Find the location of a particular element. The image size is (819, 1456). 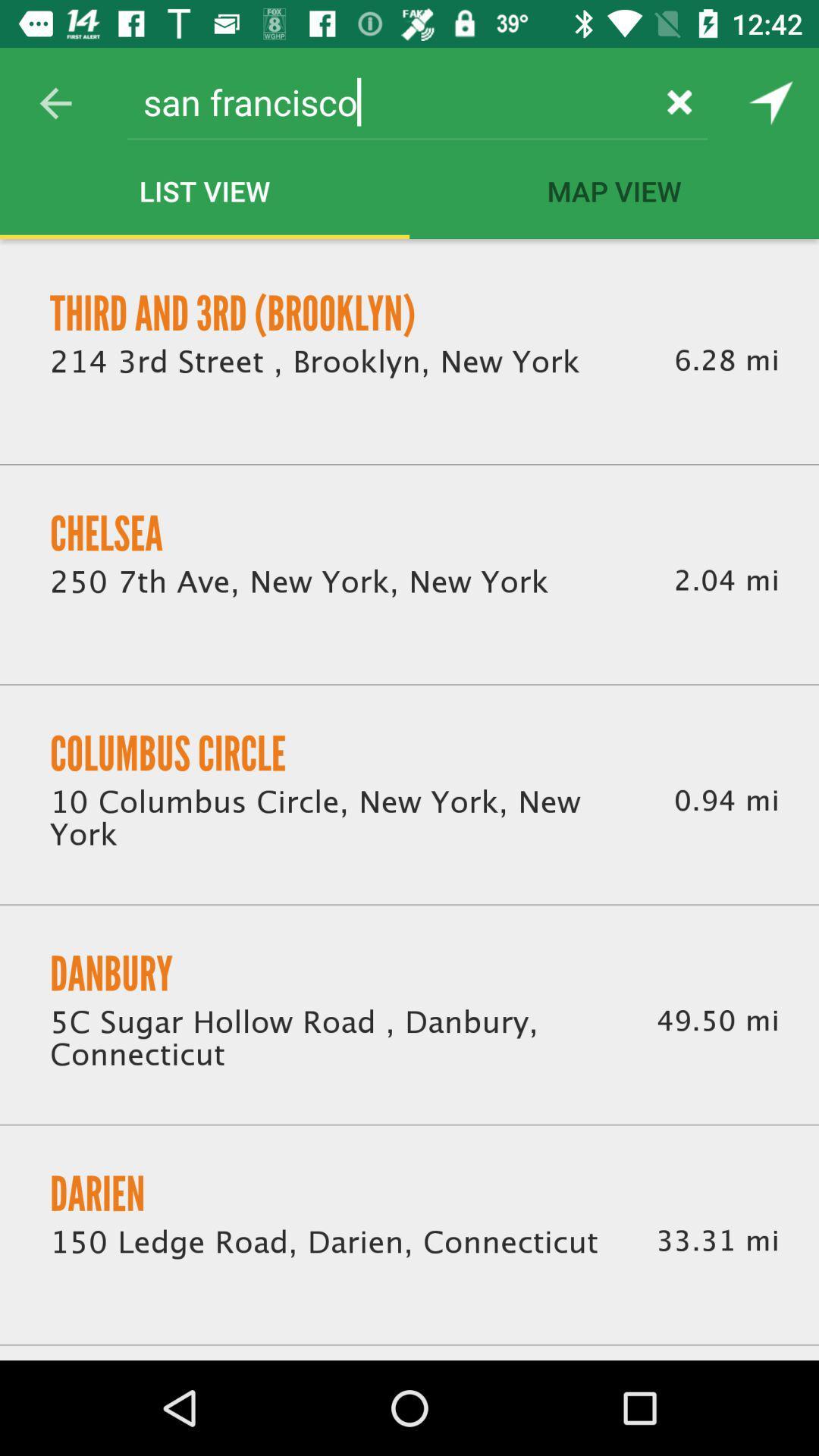

the item above 2.04 mi icon is located at coordinates (726, 359).